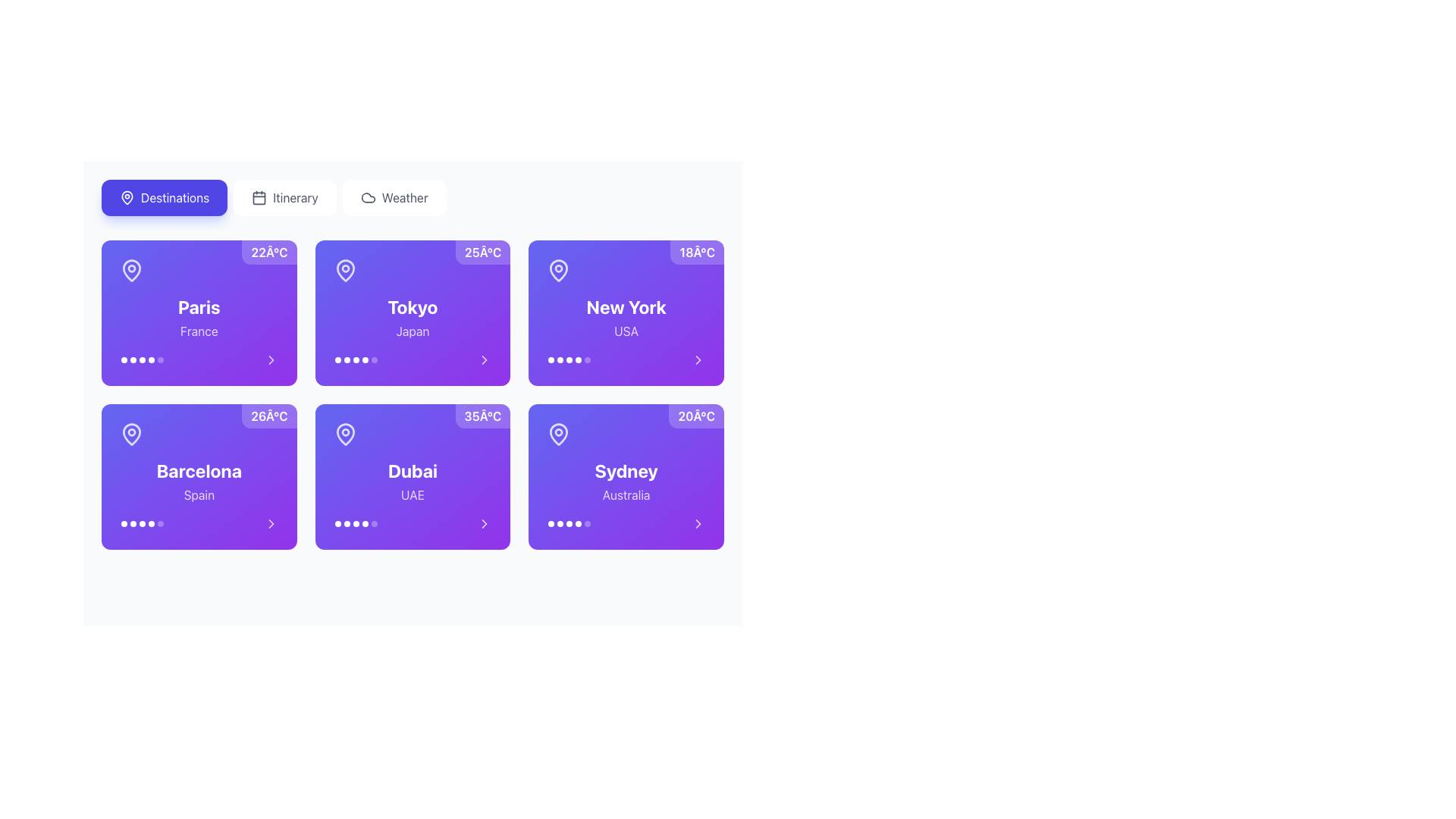 Image resolution: width=1456 pixels, height=819 pixels. Describe the element at coordinates (269, 251) in the screenshot. I see `current temperature information displayed on the label located at the top-right corner of the card for the city 'Paris'` at that location.